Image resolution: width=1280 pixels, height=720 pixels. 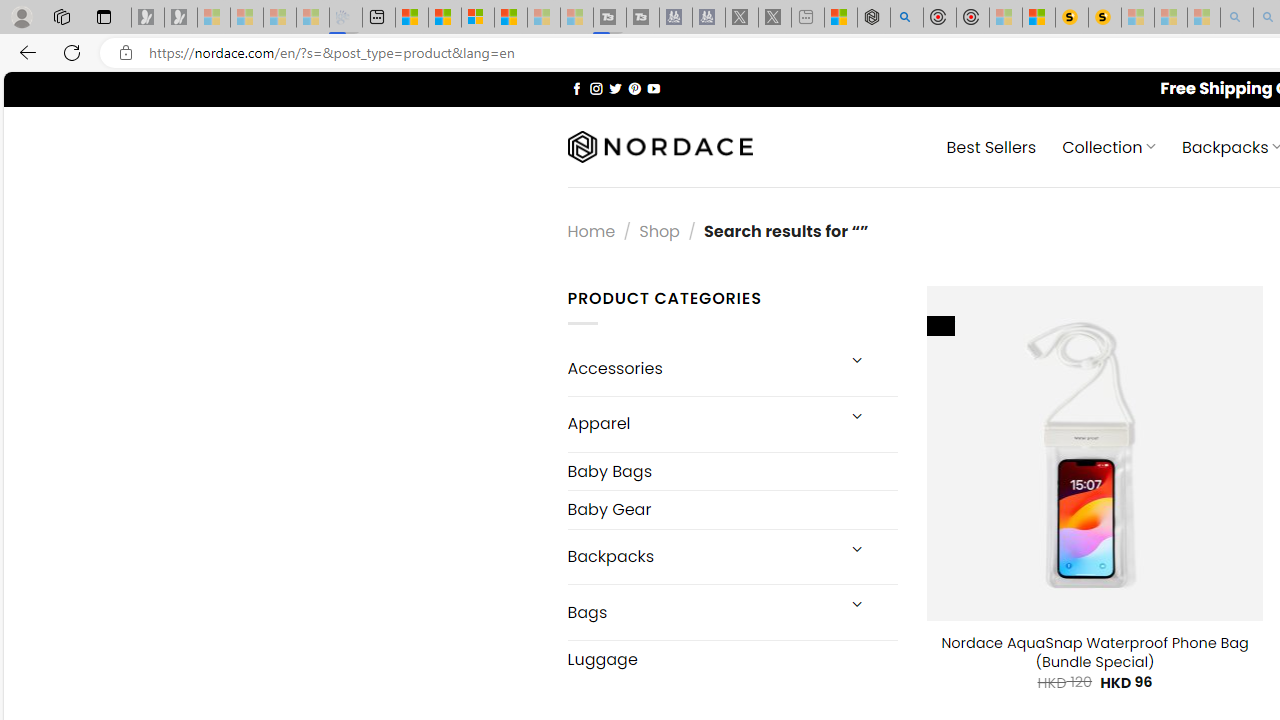 What do you see at coordinates (595, 87) in the screenshot?
I see `'Follow on Instagram'` at bounding box center [595, 87].